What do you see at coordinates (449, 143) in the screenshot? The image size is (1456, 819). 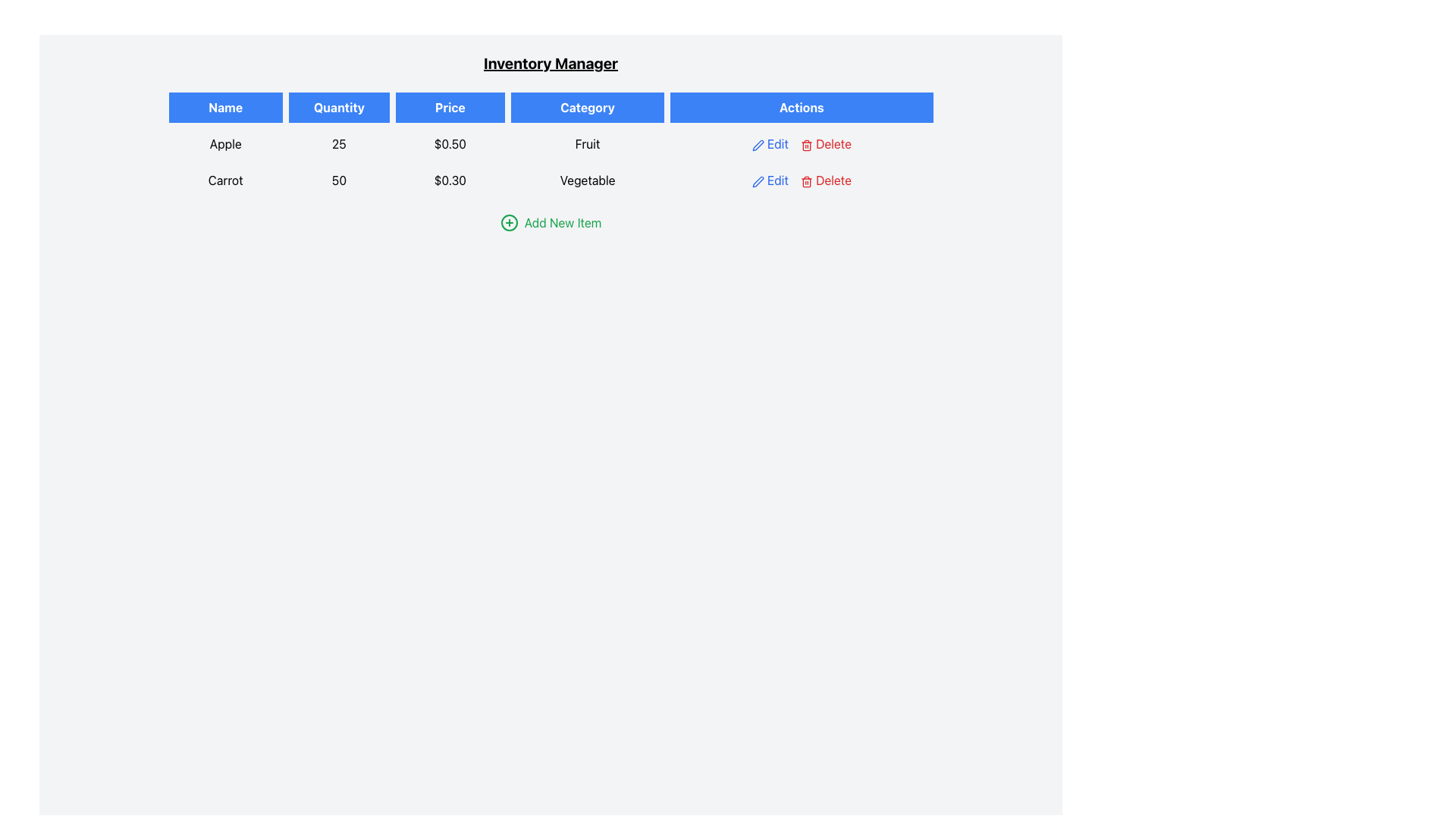 I see `the static text label displaying '$0.50' in the third column of the first row of the table interface` at bounding box center [449, 143].